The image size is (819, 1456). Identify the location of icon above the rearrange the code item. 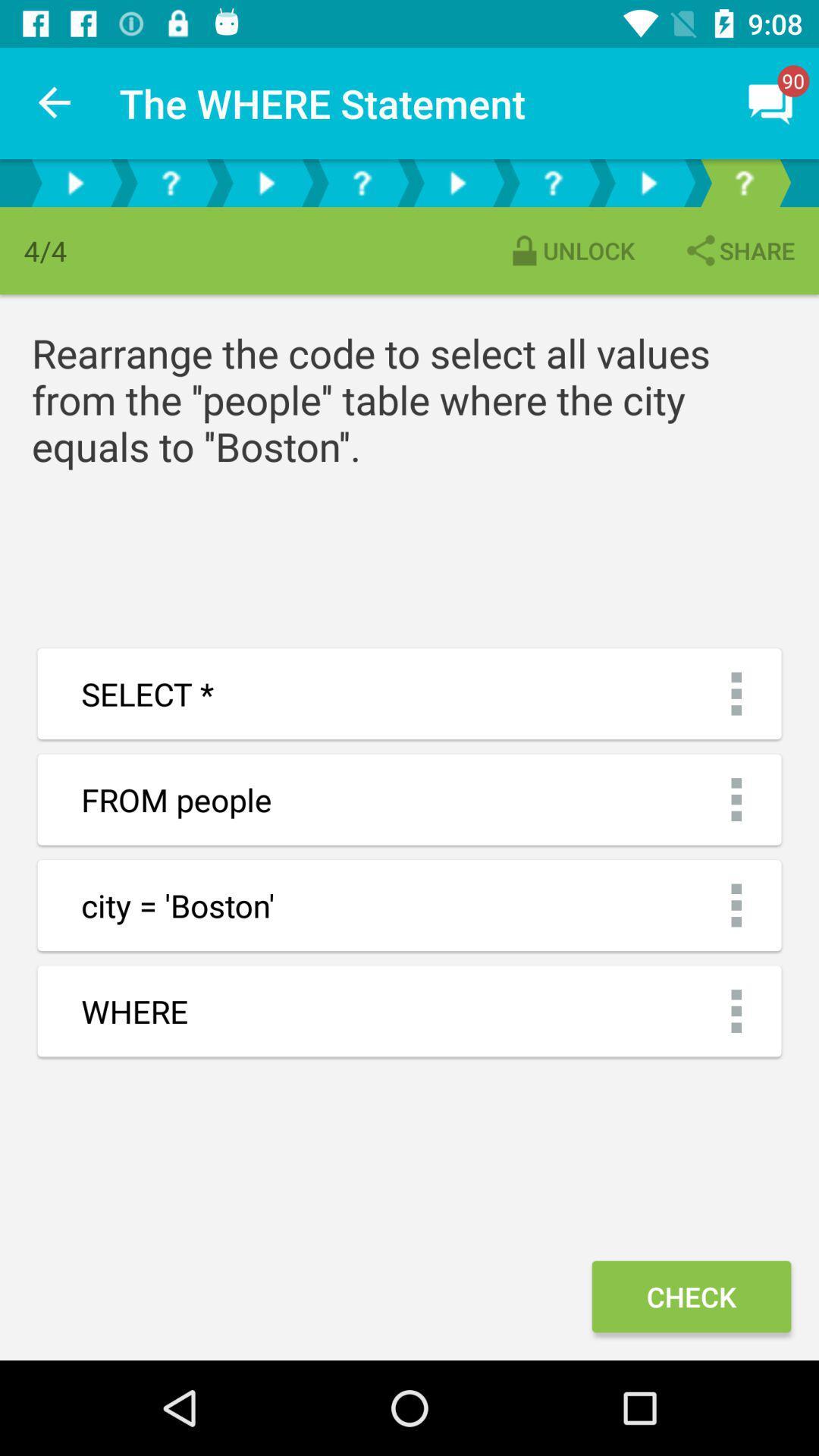
(570, 250).